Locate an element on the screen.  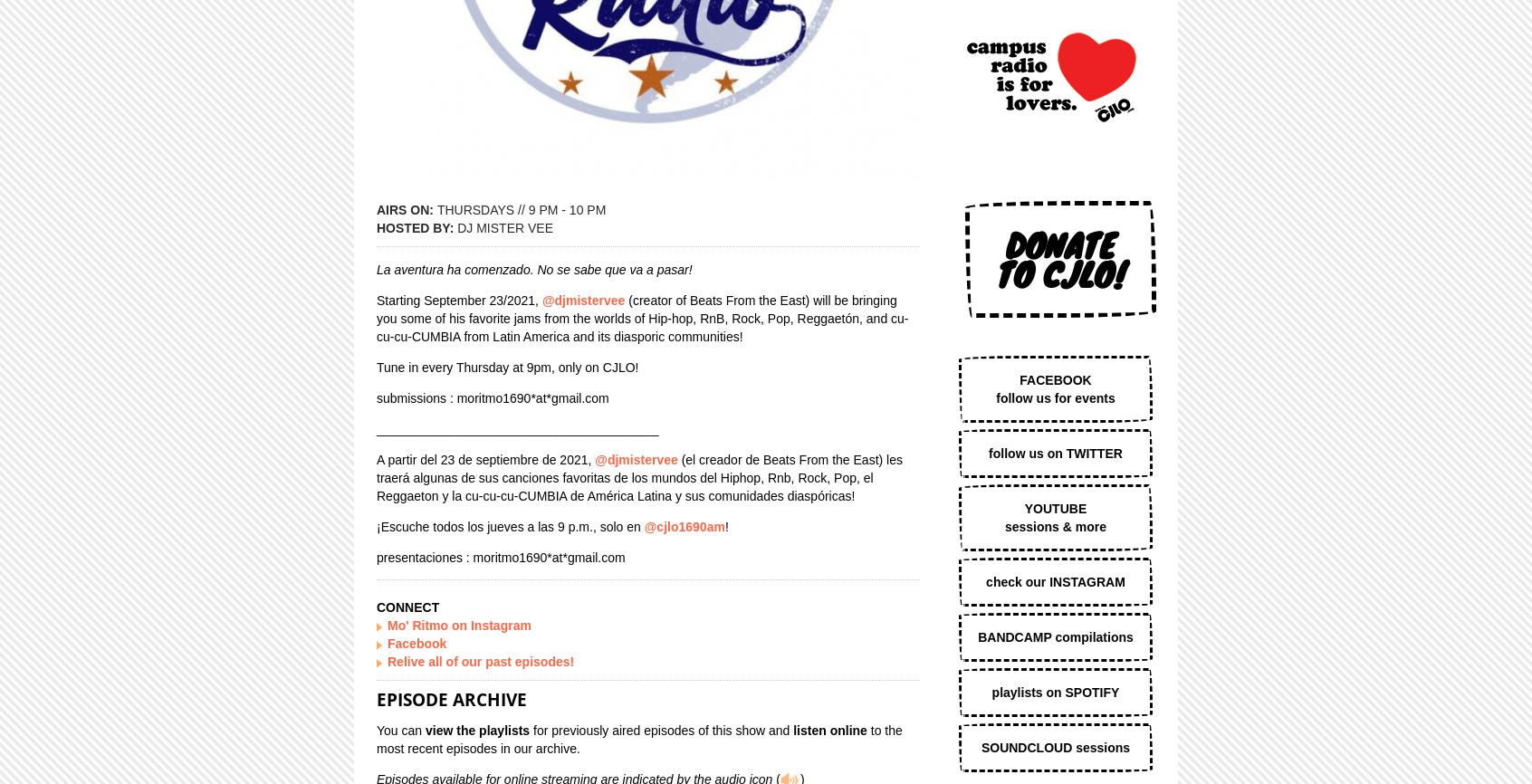
'Episode Archive' is located at coordinates (377, 697).